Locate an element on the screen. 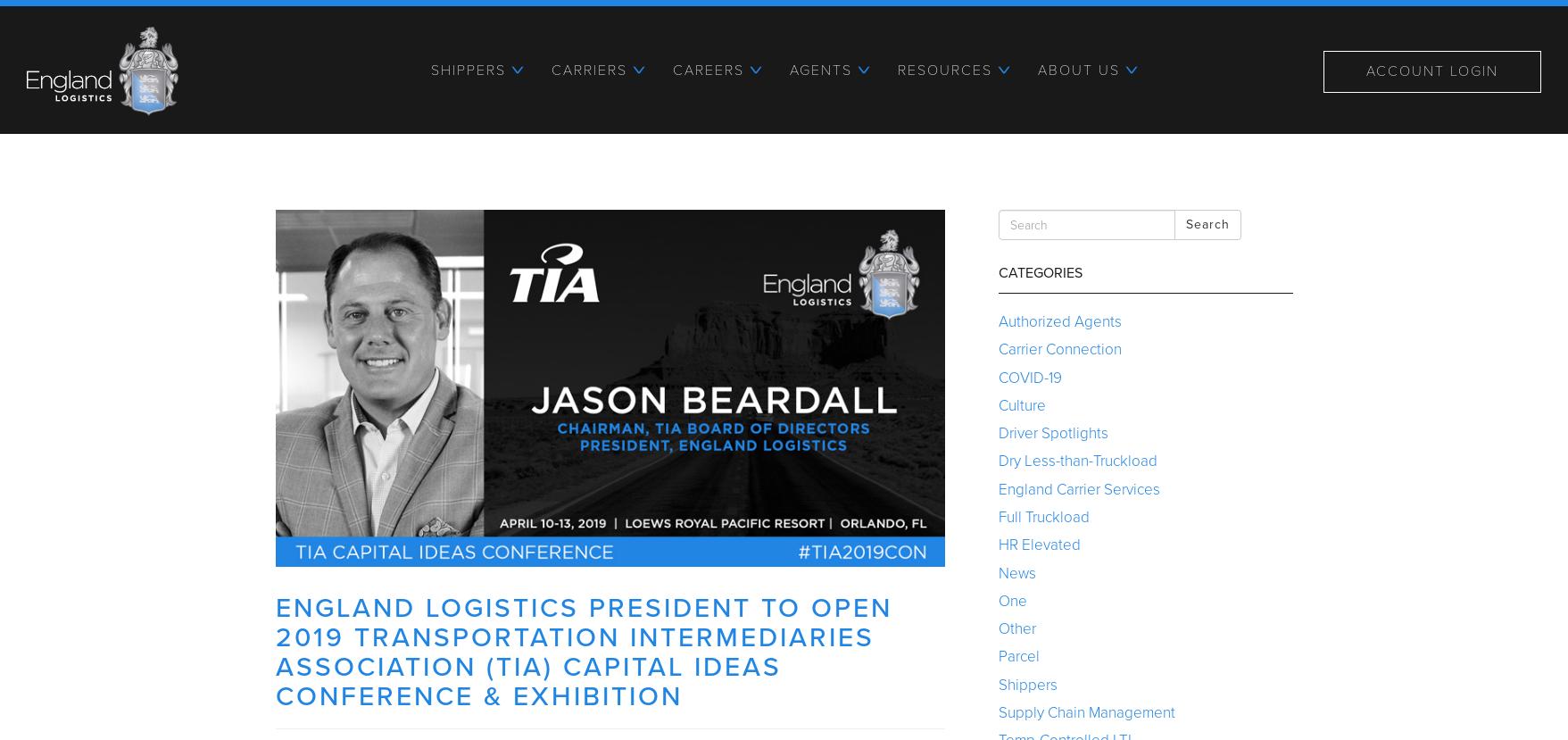 The height and width of the screenshot is (740, 1568). 'Carriers' is located at coordinates (551, 71).